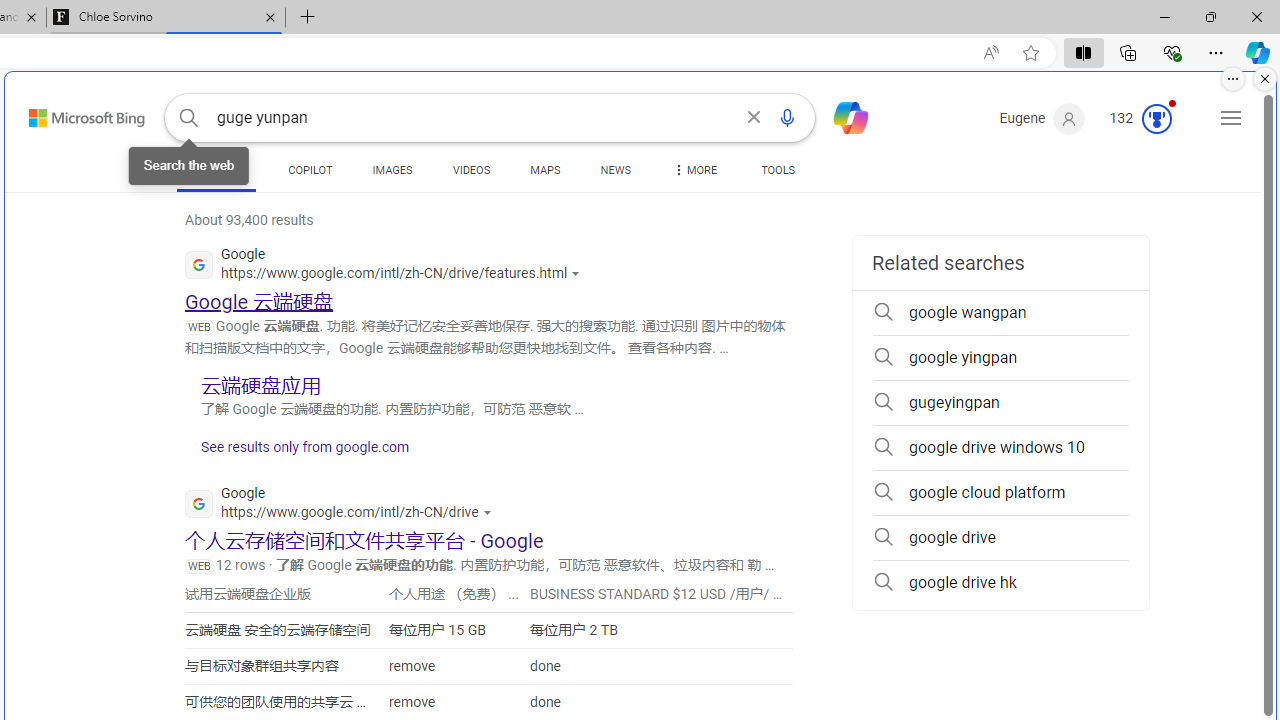  I want to click on 'VIDEOS', so click(470, 170).